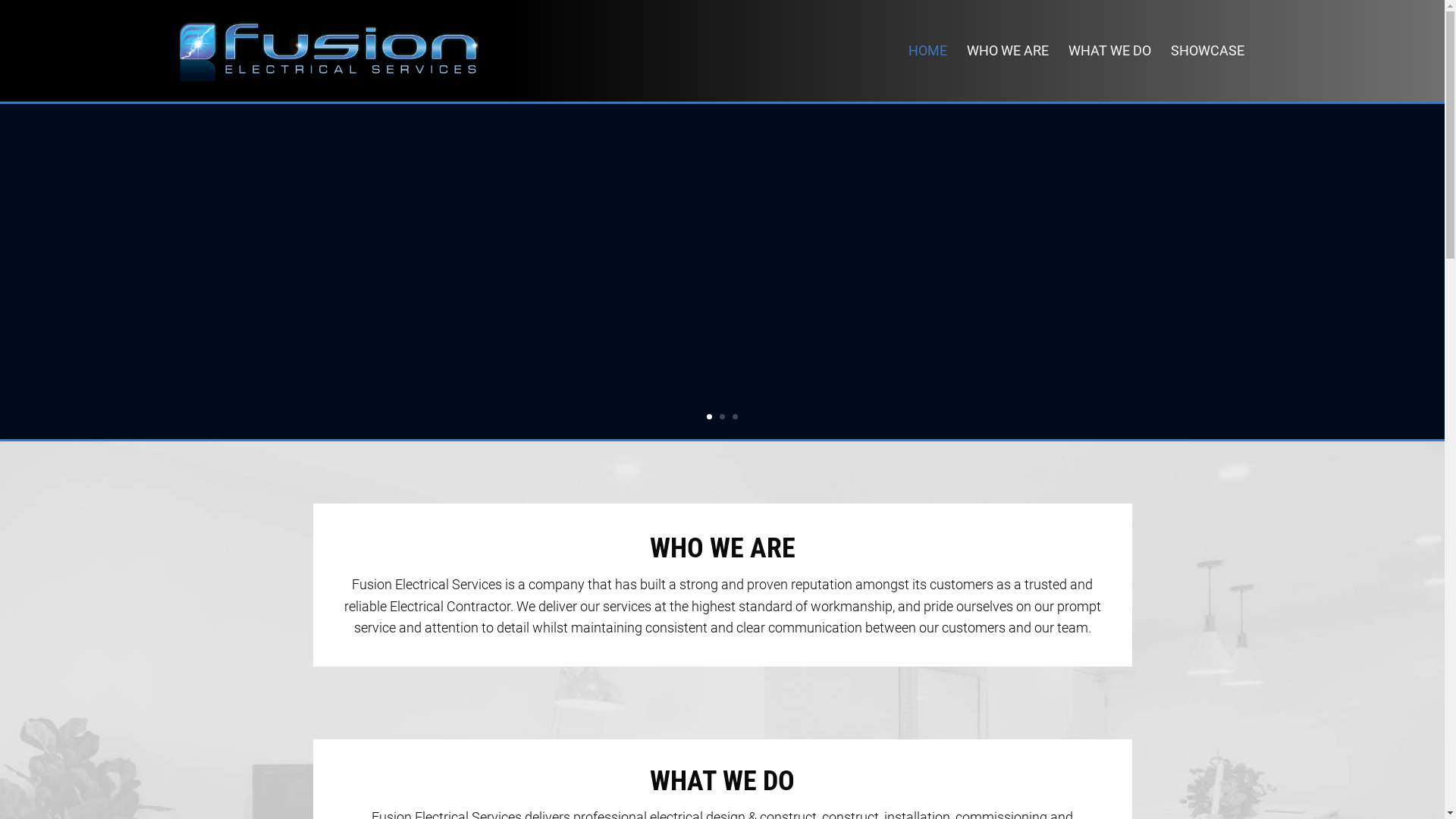  What do you see at coordinates (1109, 73) in the screenshot?
I see `'WHAT WE DO'` at bounding box center [1109, 73].